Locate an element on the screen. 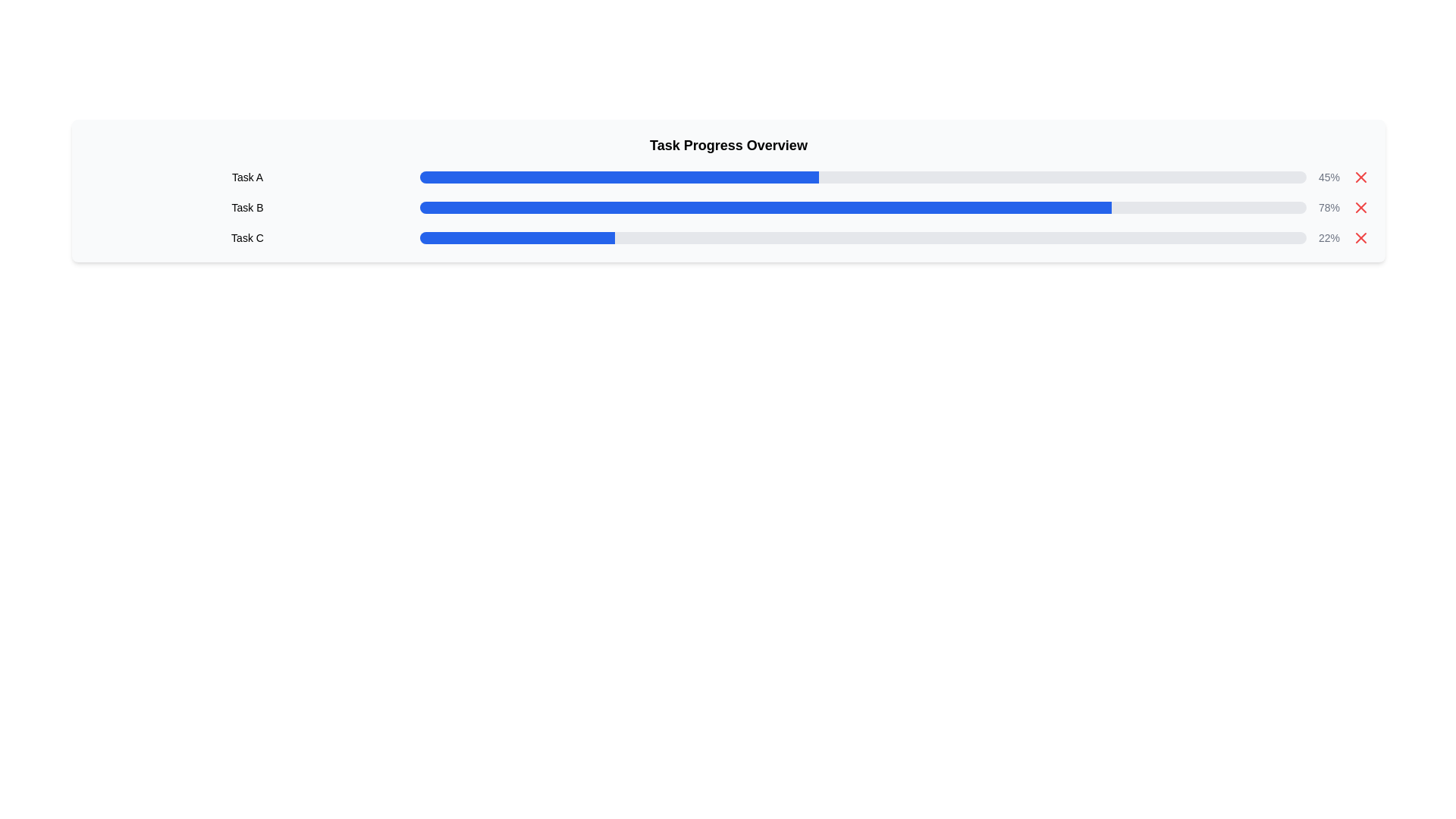 This screenshot has width=1456, height=819. progress value associated with the blue segment of the progress bar for 'Task A', which is visually represented as a horizontally elongated rectangle filled with a solid blue color is located at coordinates (619, 177).